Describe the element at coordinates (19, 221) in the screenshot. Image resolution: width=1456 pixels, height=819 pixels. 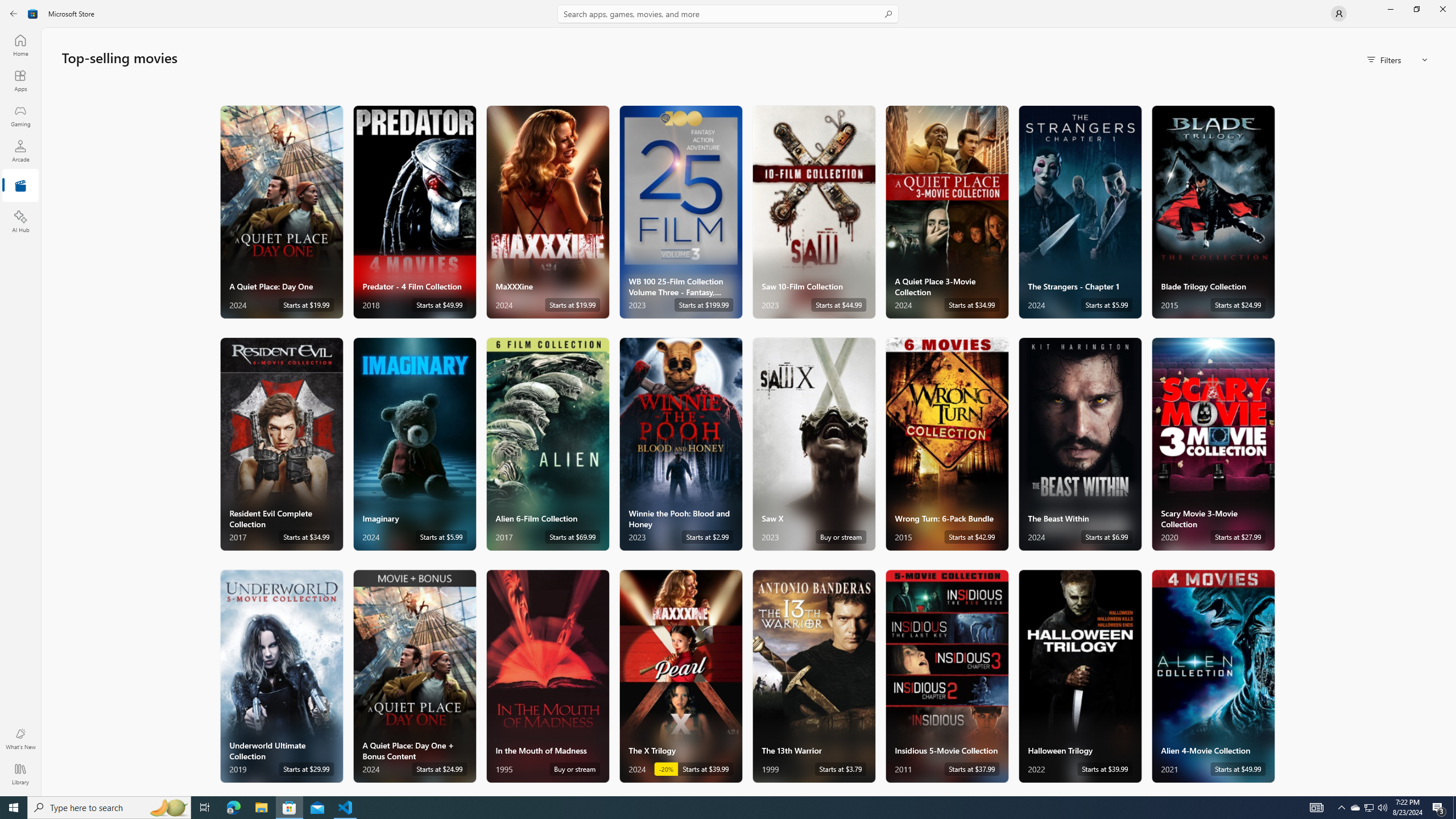
I see `'AI Hub'` at that location.